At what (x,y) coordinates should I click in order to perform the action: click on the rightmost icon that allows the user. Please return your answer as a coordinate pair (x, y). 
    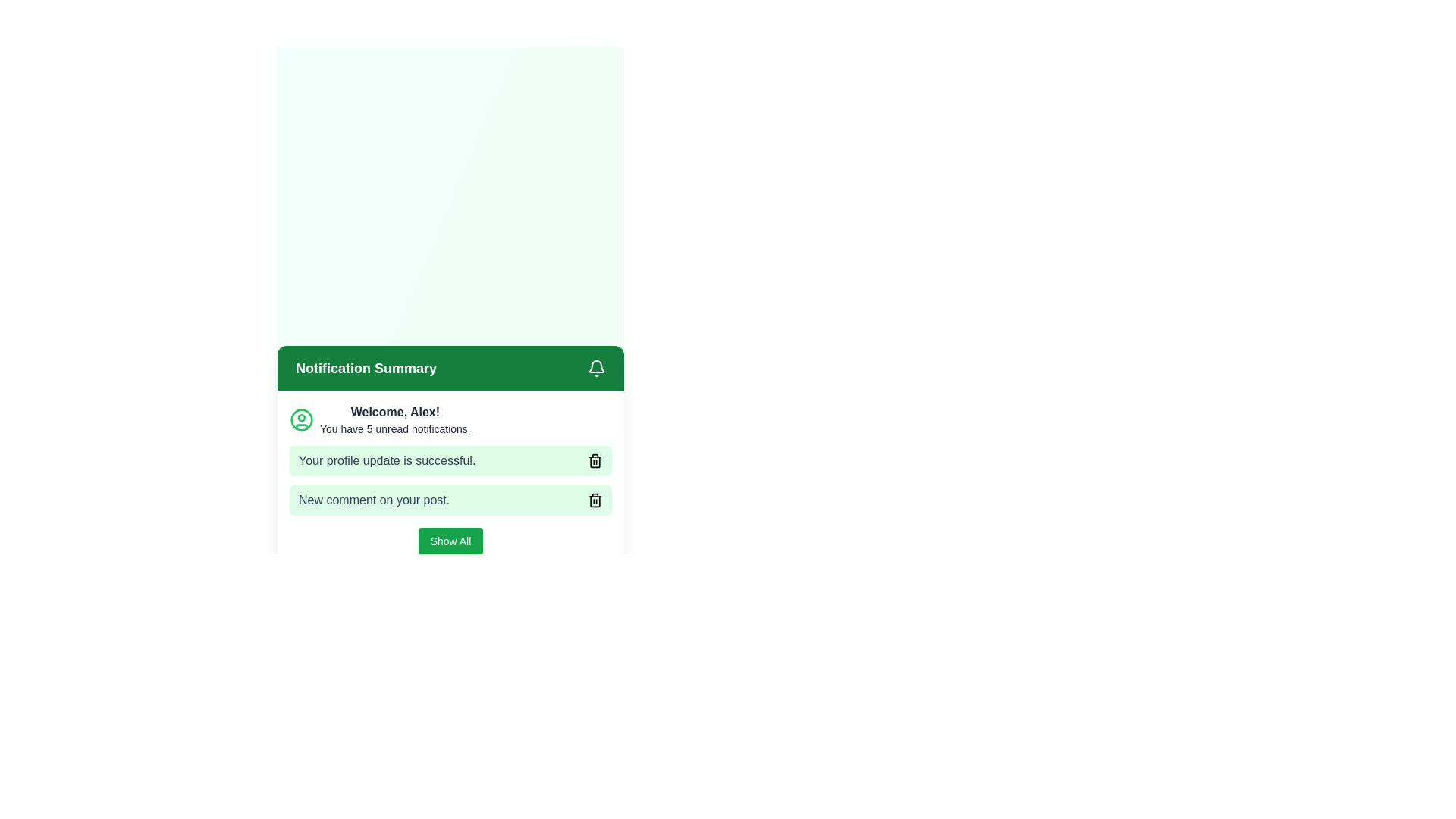
    Looking at the image, I should click on (595, 460).